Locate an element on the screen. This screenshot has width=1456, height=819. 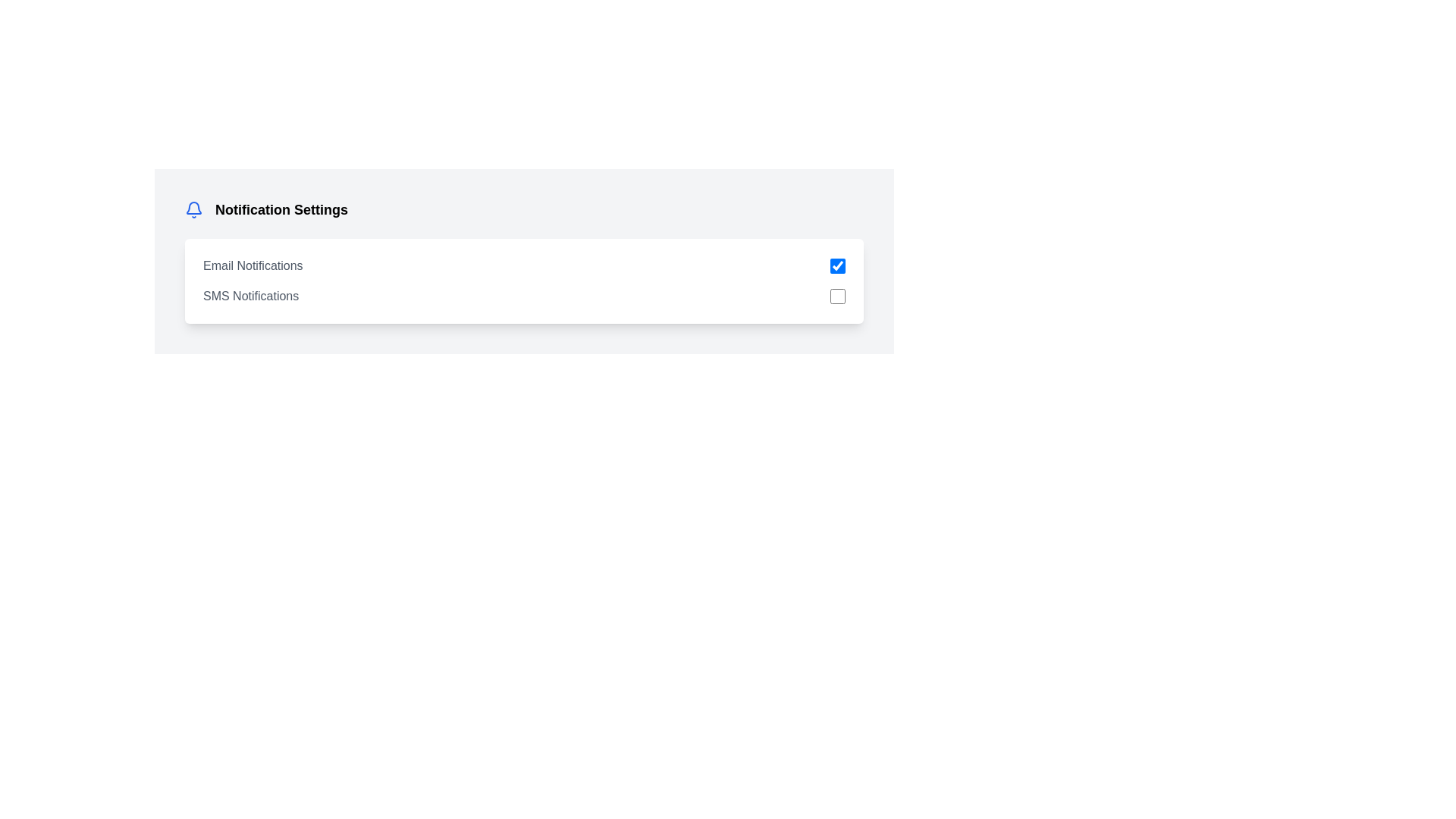
the blue bell icon indicating notifications, which is visually aligned to the left of the 'Notification Settings' text is located at coordinates (193, 210).